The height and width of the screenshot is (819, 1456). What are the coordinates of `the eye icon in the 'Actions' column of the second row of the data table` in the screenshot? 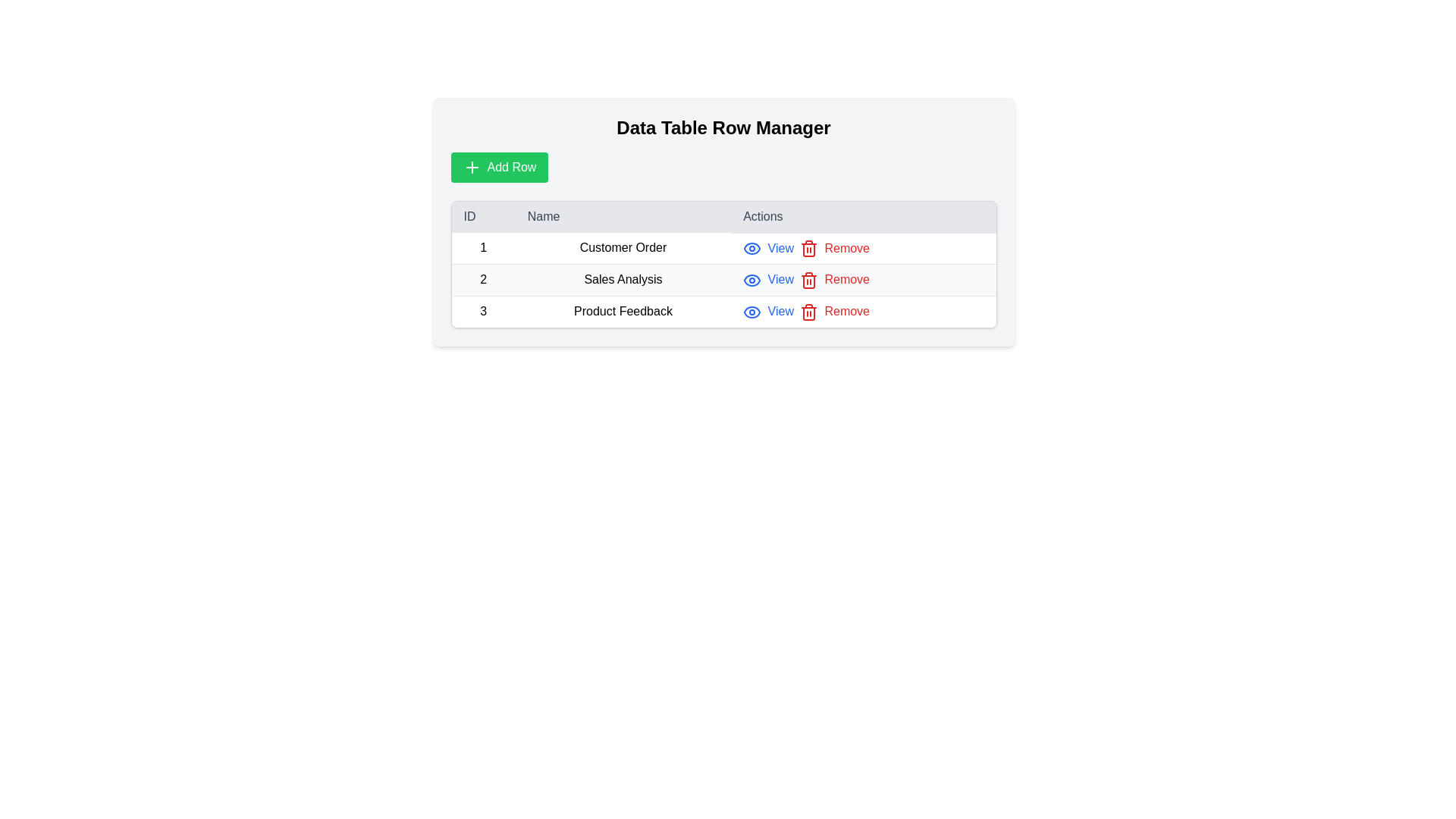 It's located at (752, 281).